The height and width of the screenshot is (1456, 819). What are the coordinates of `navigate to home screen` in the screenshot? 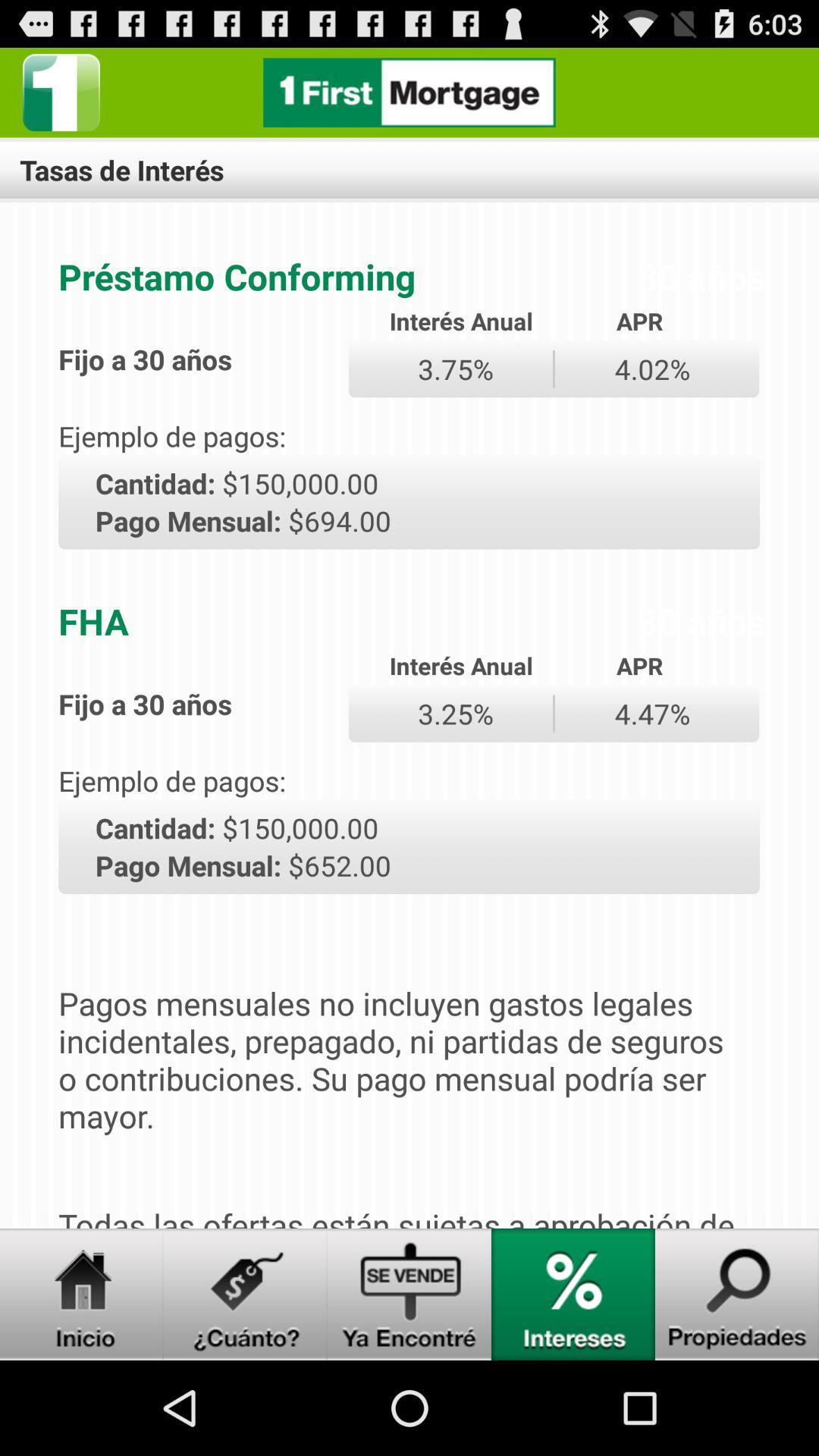 It's located at (82, 1294).